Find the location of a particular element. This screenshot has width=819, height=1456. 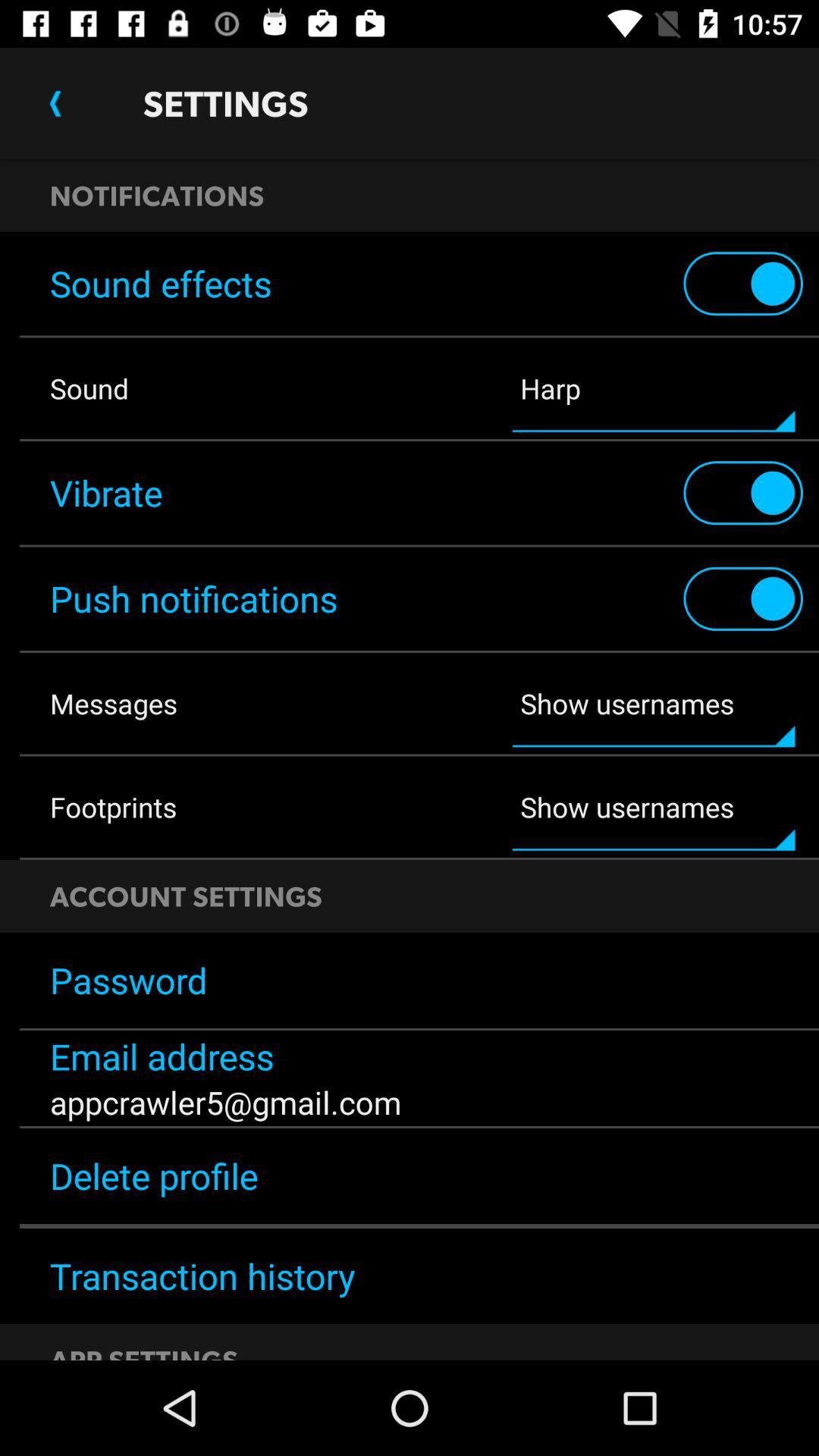

the password icon is located at coordinates (409, 980).